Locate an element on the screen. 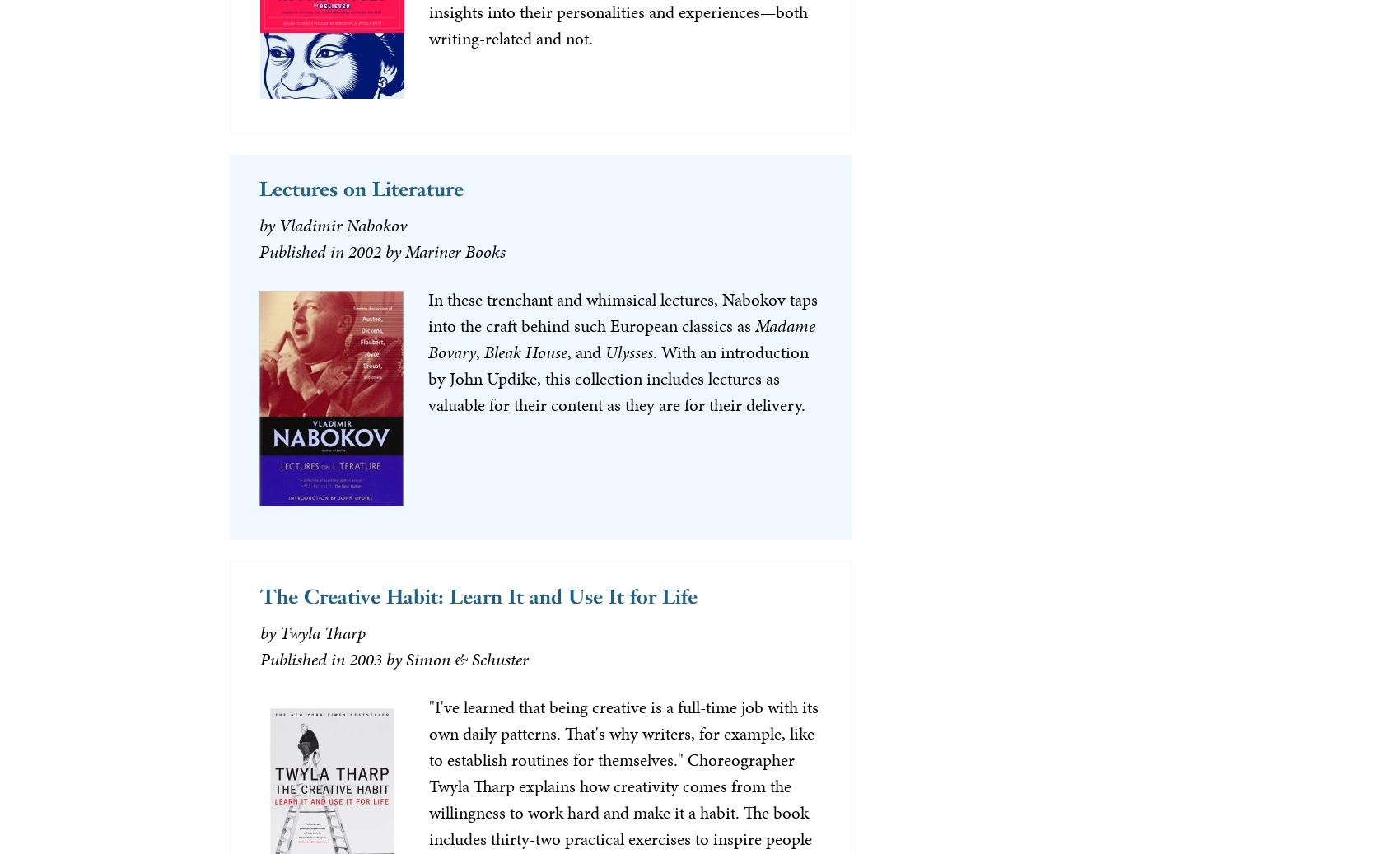 The height and width of the screenshot is (854, 1400). '2002' is located at coordinates (346, 250).